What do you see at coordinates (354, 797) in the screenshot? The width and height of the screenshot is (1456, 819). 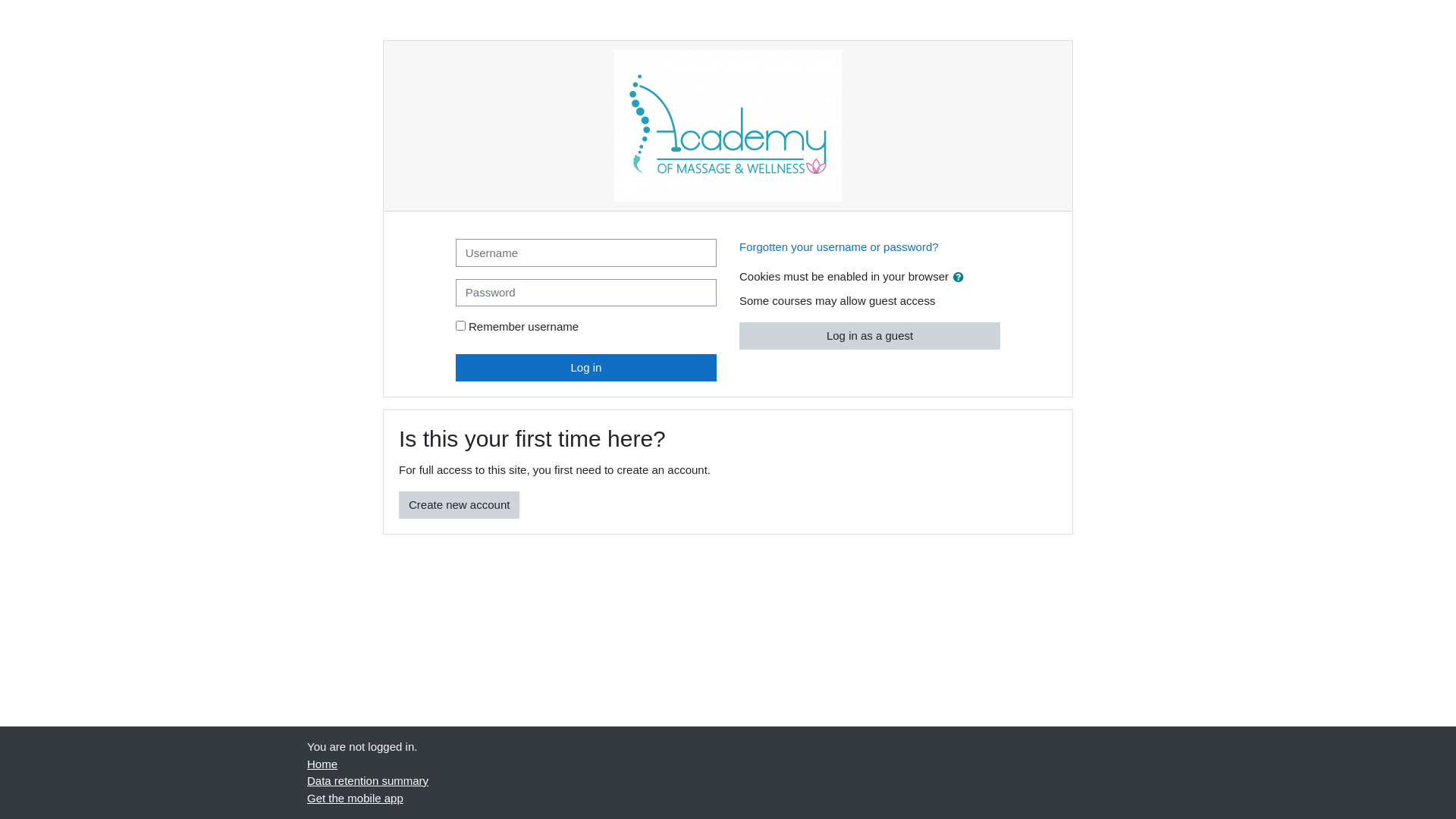 I see `'Get the mobile app'` at bounding box center [354, 797].